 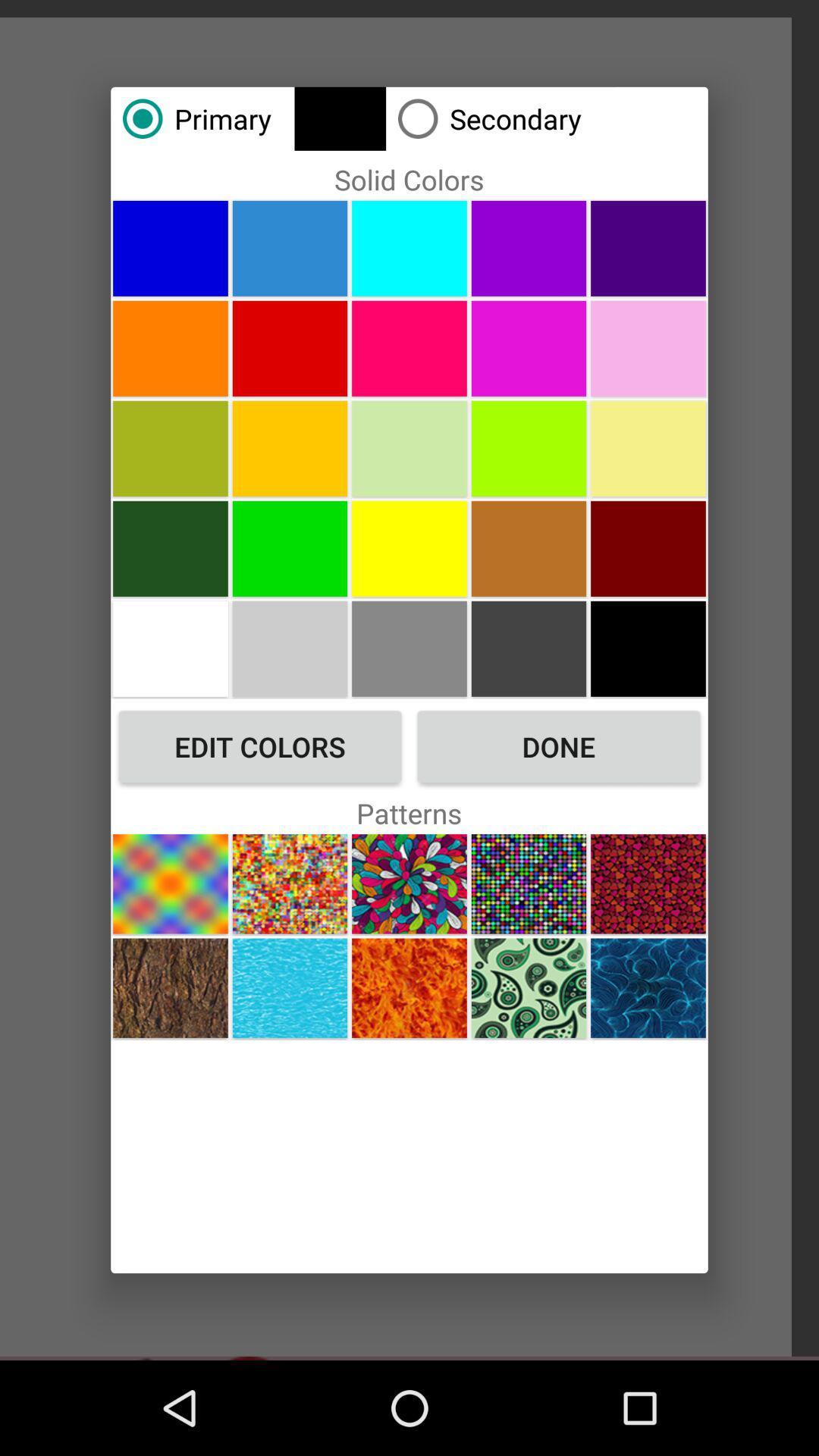 I want to click on color selector blue, so click(x=170, y=248).